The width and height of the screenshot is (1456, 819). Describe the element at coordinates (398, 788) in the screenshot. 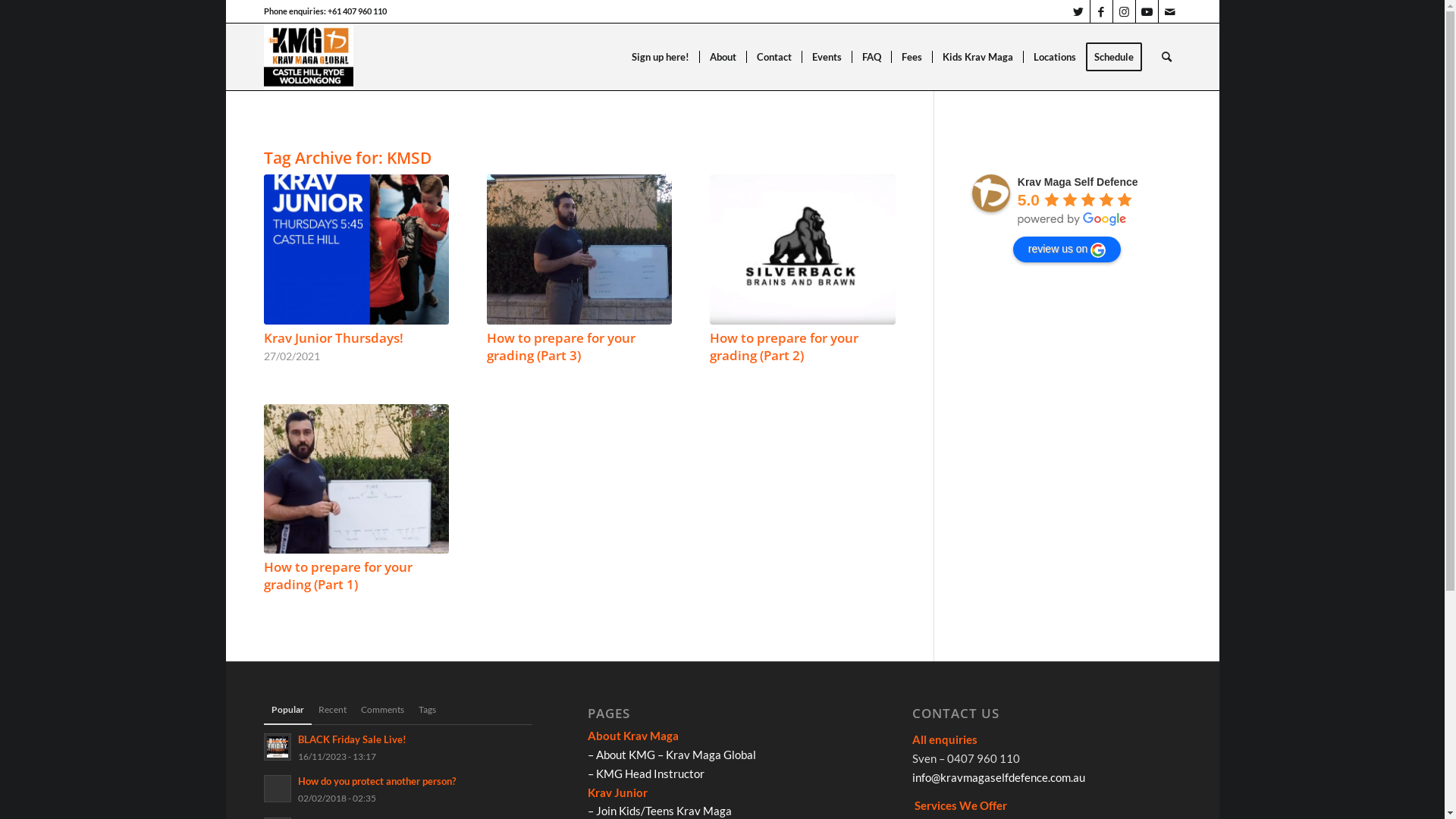

I see `'How do you protect another person?` at that location.